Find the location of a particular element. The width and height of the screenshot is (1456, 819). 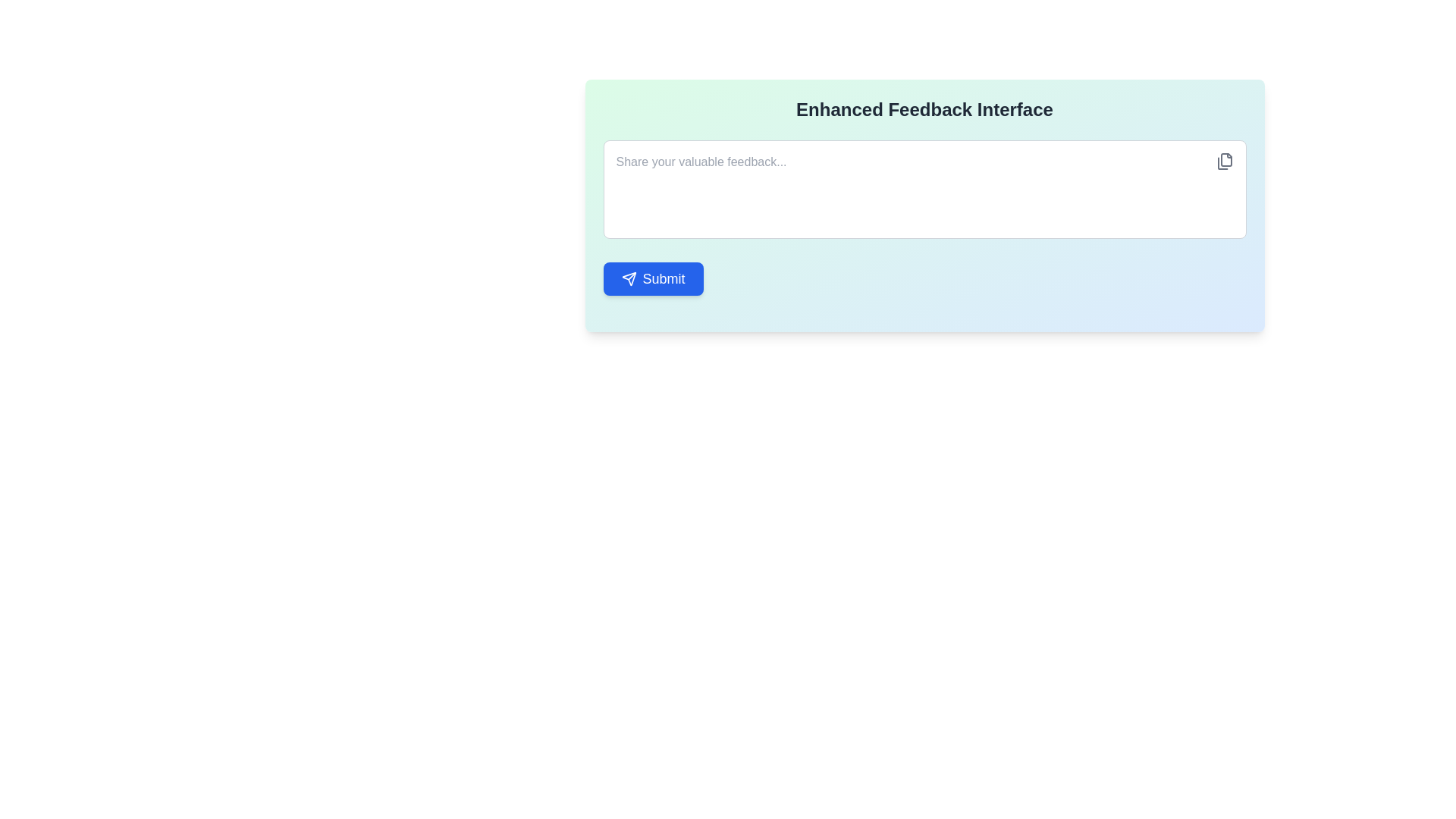

the file icon button located at the top-right corner of the feedback input area to change its color from gray to blue is located at coordinates (1225, 161).